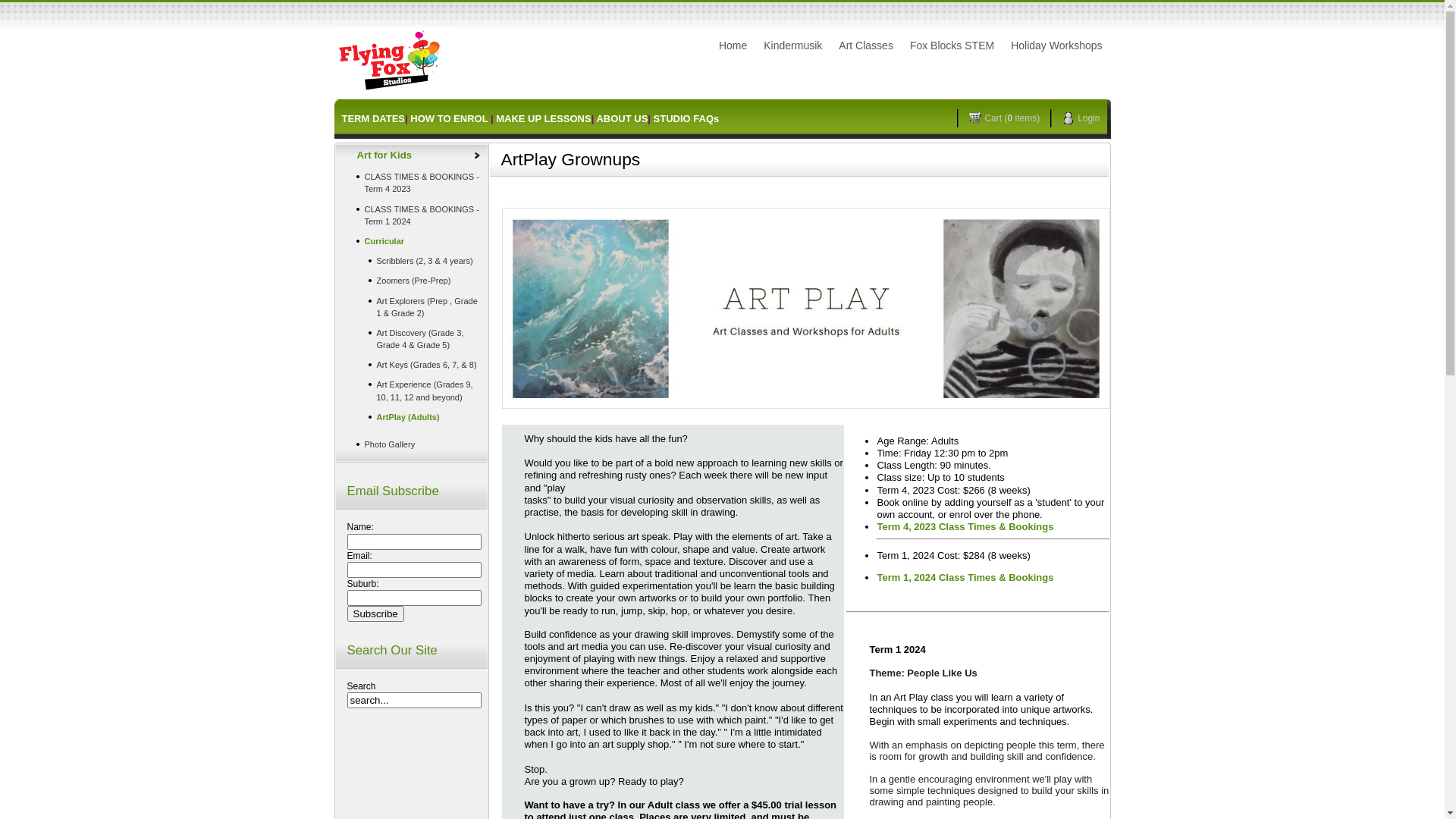 This screenshot has width=1456, height=819. I want to click on 'TERM DATES', so click(340, 118).